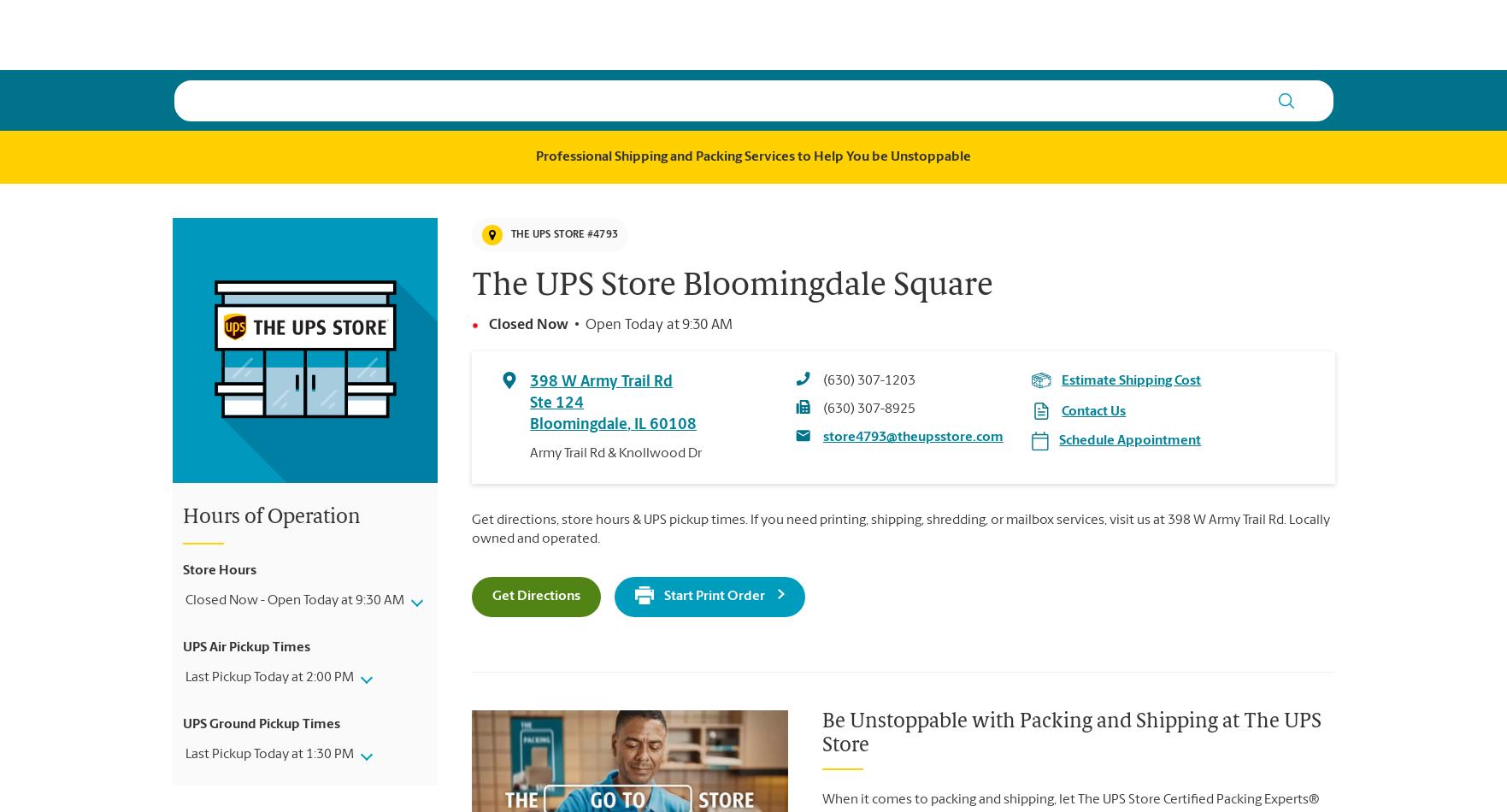 The width and height of the screenshot is (1507, 812). Describe the element at coordinates (1116, 33) in the screenshot. I see `'Track Package'` at that location.